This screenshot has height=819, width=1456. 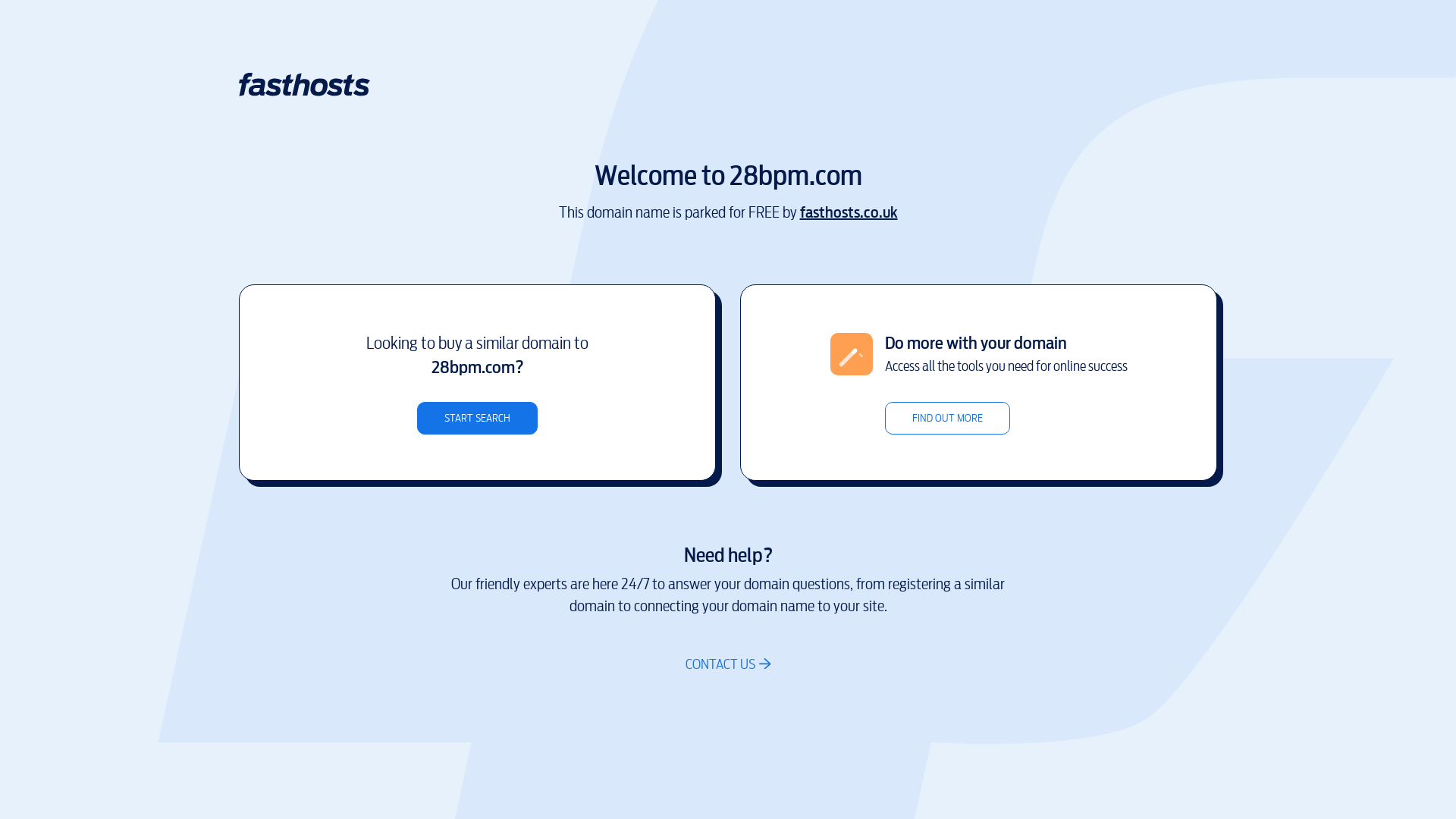 I want to click on 'START SEARCH', so click(x=476, y=418).